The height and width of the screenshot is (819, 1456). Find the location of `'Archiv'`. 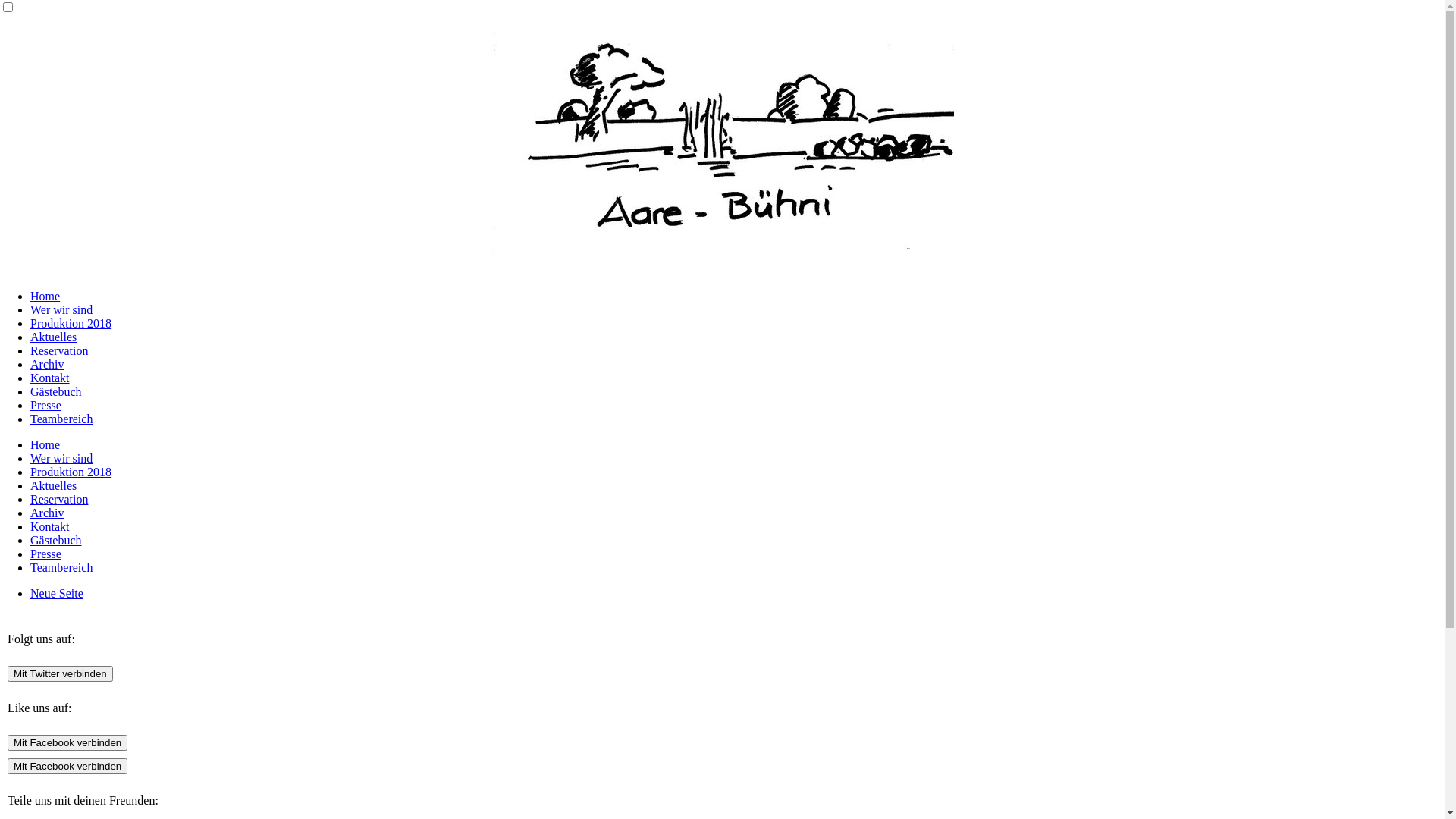

'Archiv' is located at coordinates (47, 512).